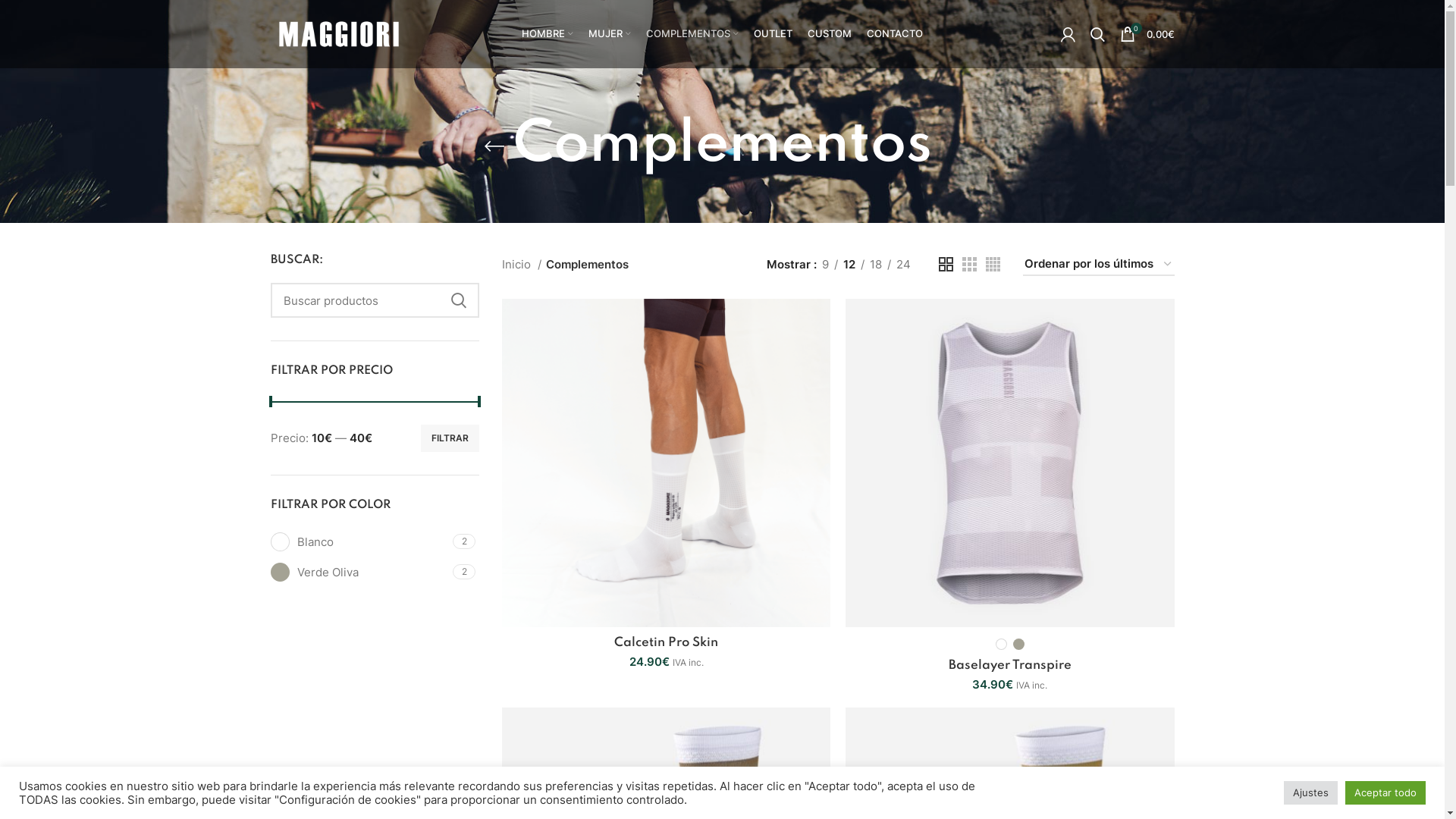 This screenshot has height=819, width=1456. Describe the element at coordinates (847, 263) in the screenshot. I see `'12'` at that location.